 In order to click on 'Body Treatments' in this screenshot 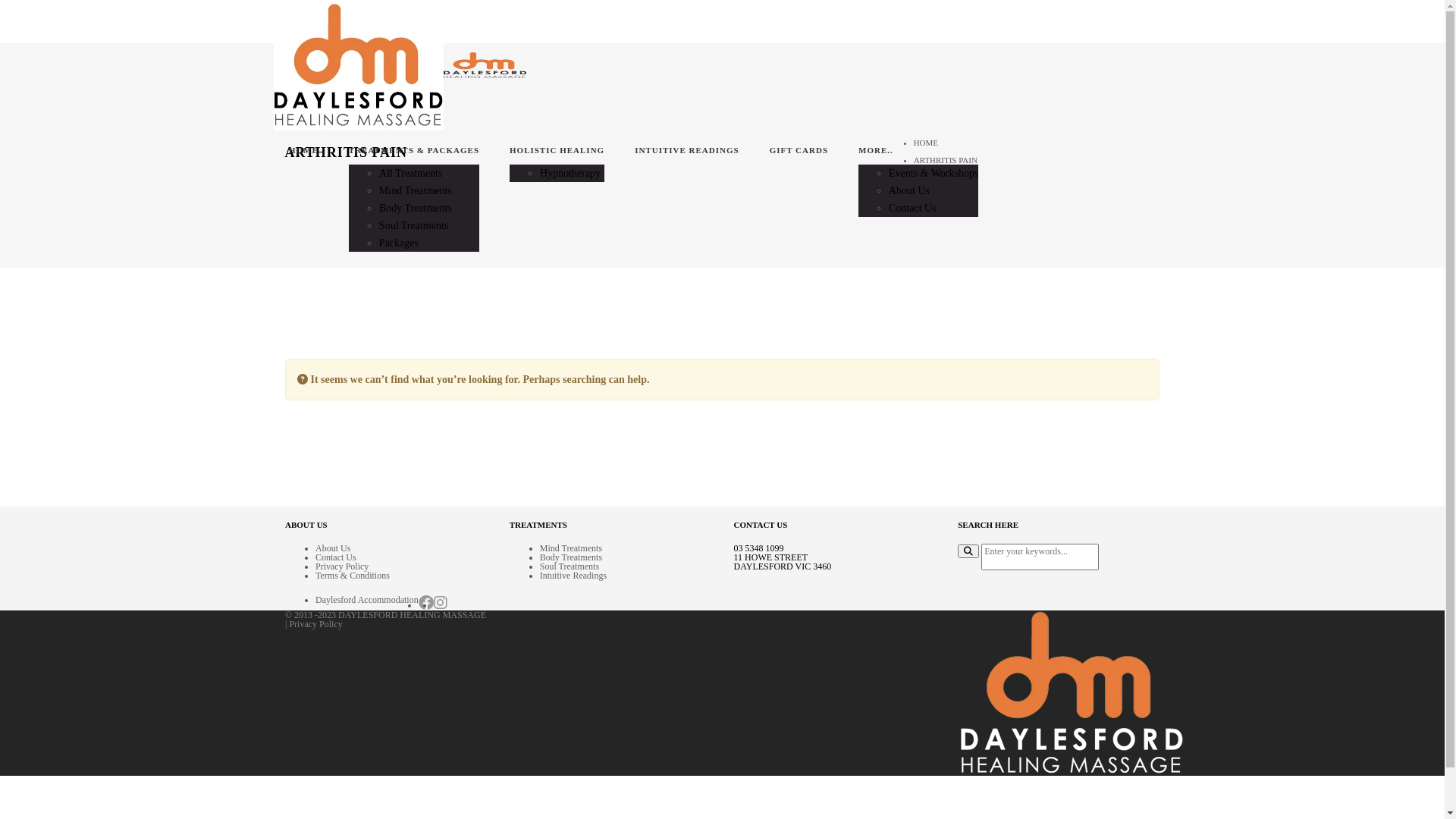, I will do `click(570, 557)`.